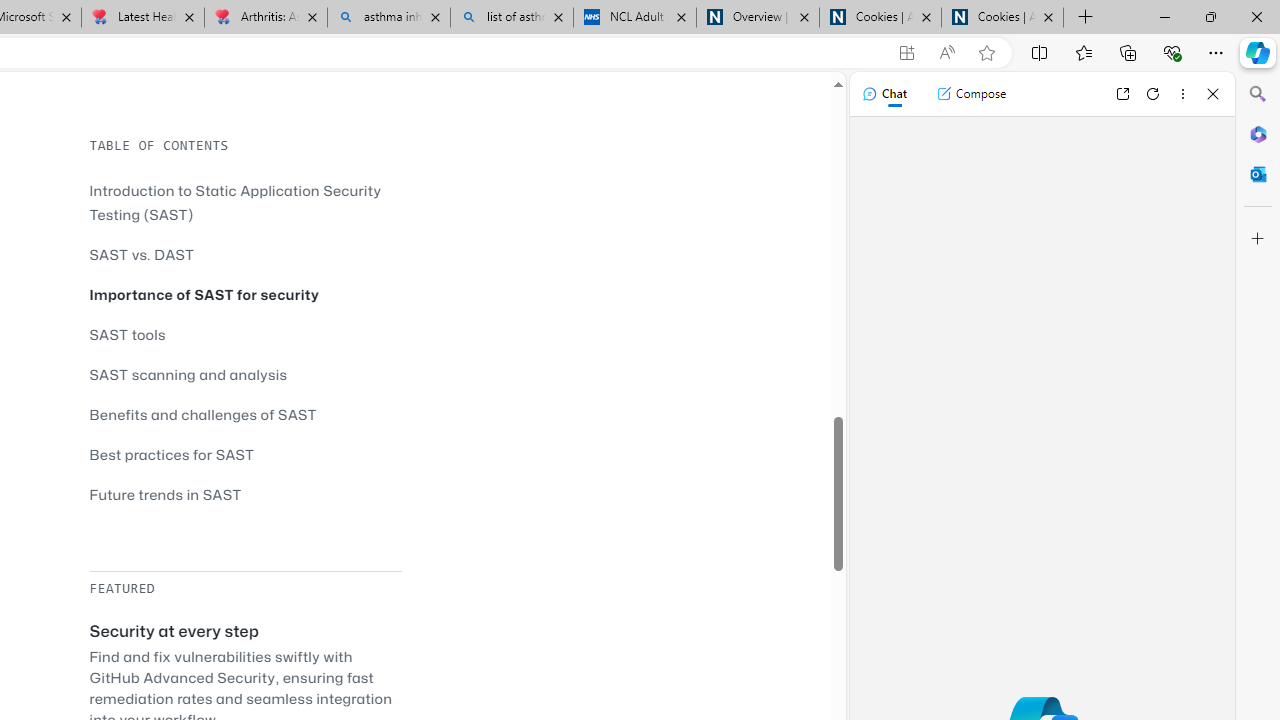 Image resolution: width=1280 pixels, height=720 pixels. I want to click on 'NCL Adult Asthma Inhaler Choice Guideline', so click(633, 17).